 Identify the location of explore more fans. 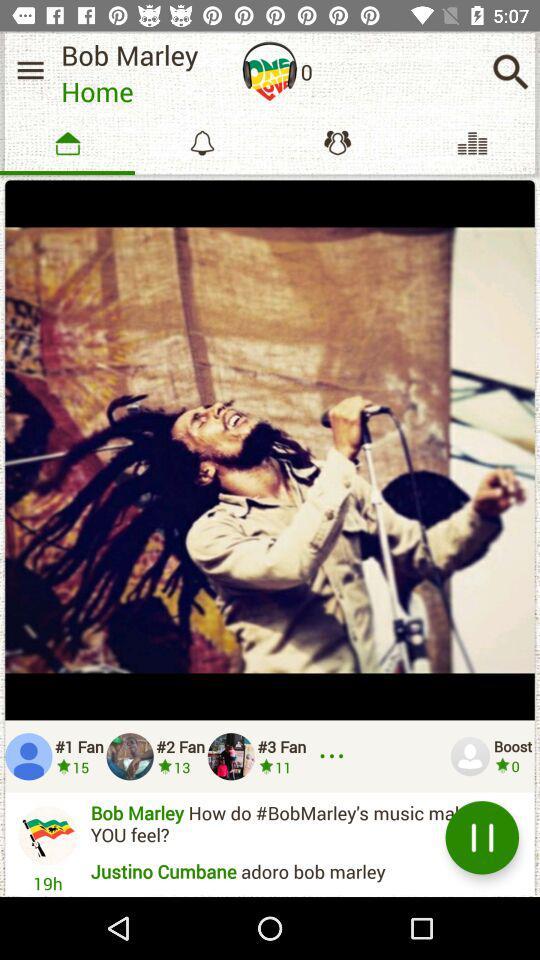
(335, 755).